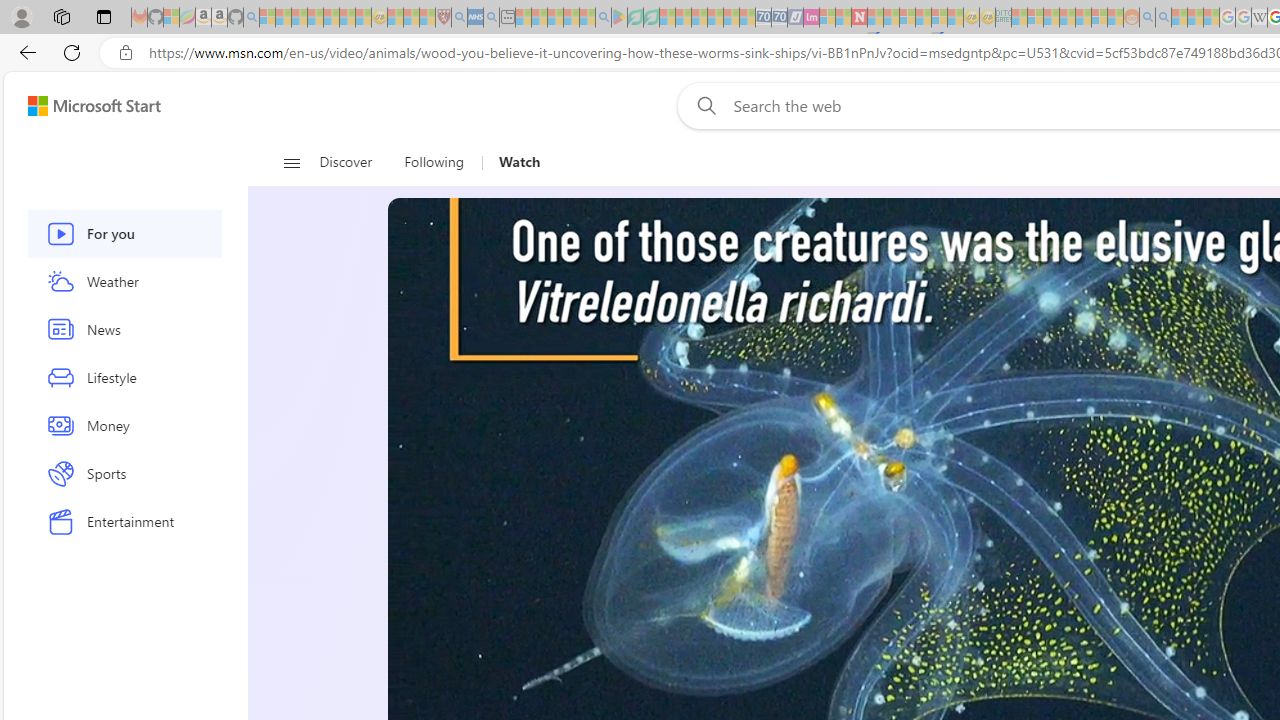  What do you see at coordinates (890, 17) in the screenshot?
I see `'14 Common Myths Debunked By Scientific Facts - Sleeping'` at bounding box center [890, 17].